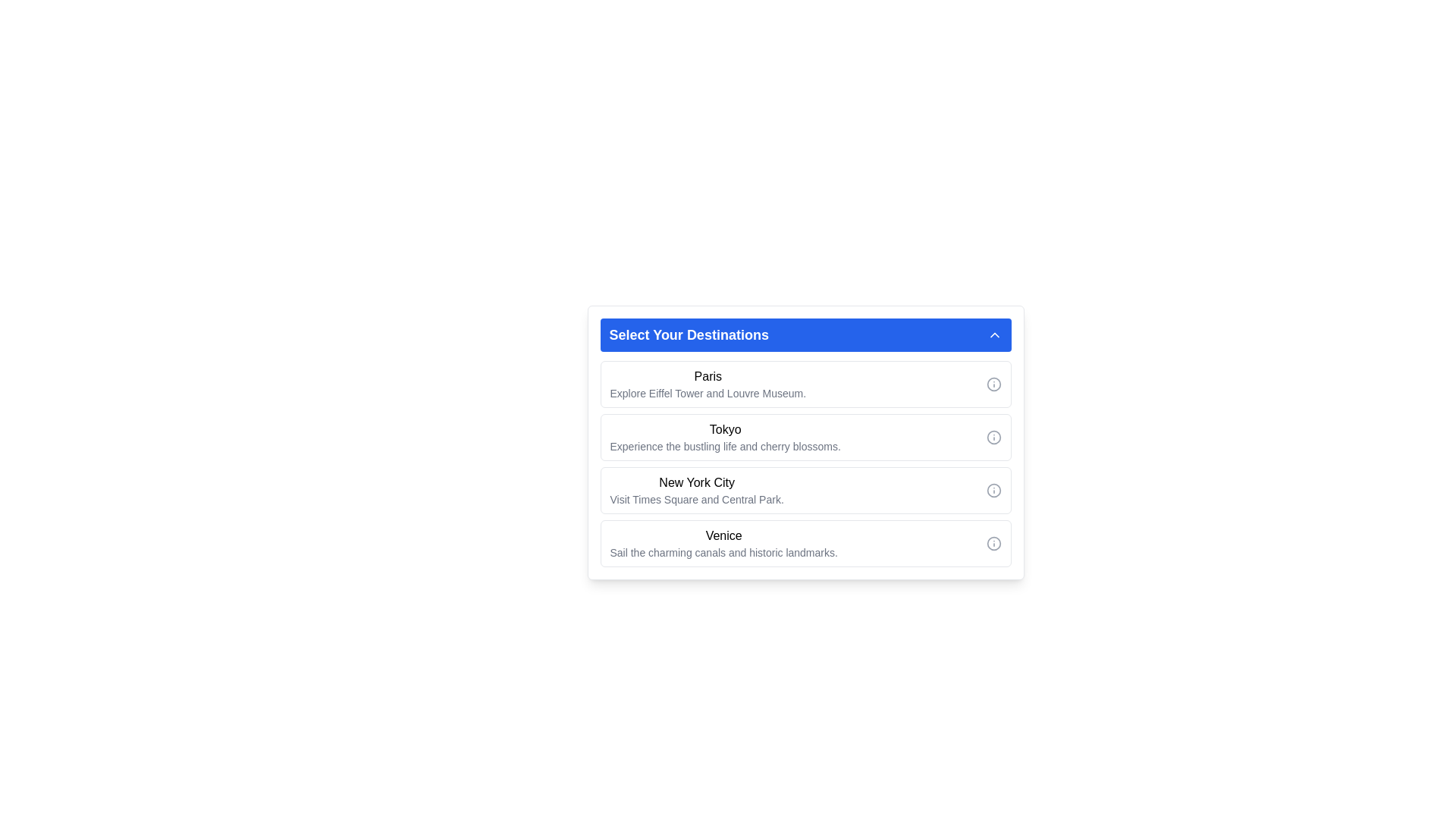 The width and height of the screenshot is (1456, 819). What do you see at coordinates (805, 543) in the screenshot?
I see `the informational card about 'Venice', which includes the heading in bold and a description below it` at bounding box center [805, 543].